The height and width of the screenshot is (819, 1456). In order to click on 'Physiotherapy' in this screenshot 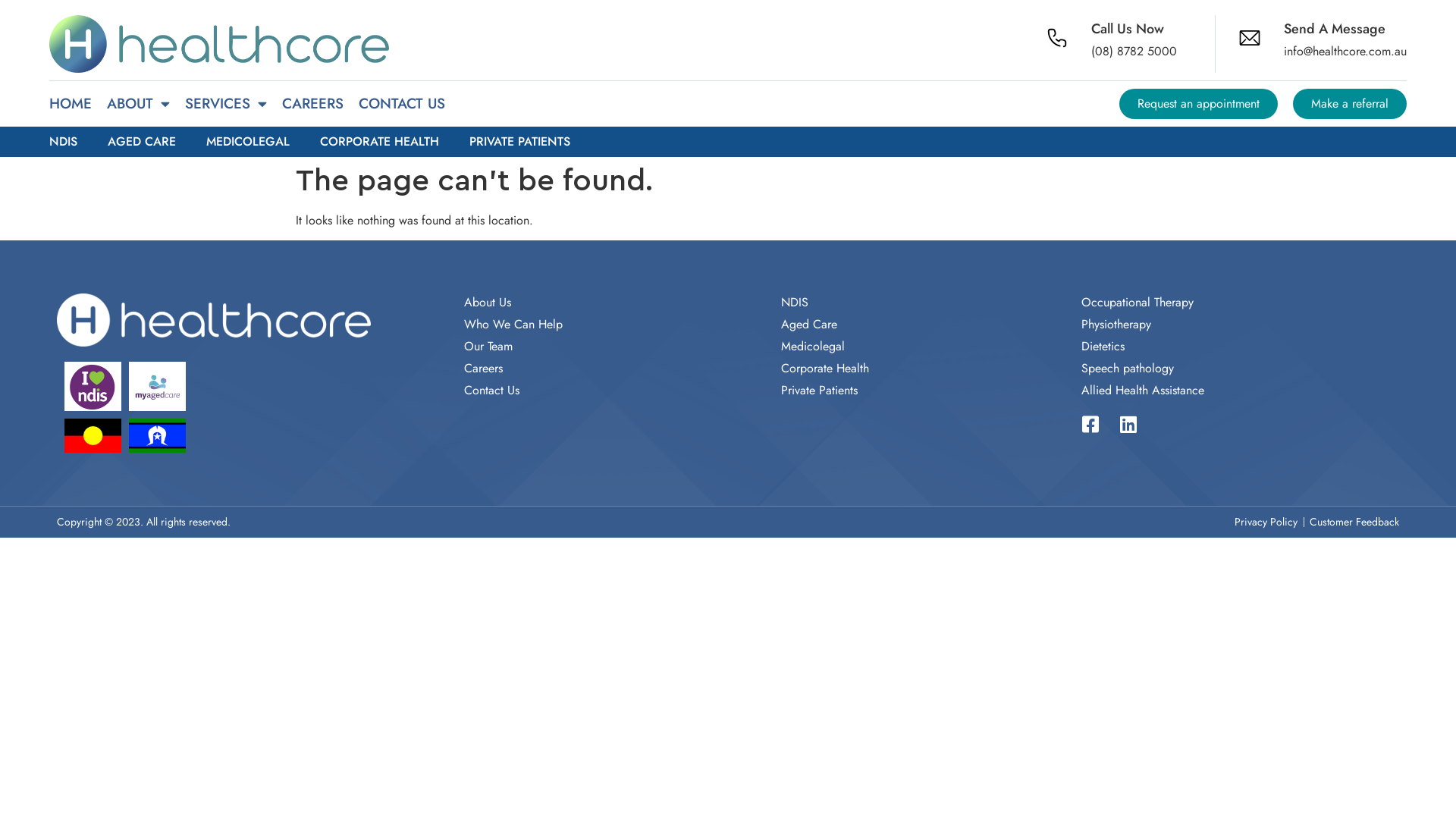, I will do `click(1116, 324)`.